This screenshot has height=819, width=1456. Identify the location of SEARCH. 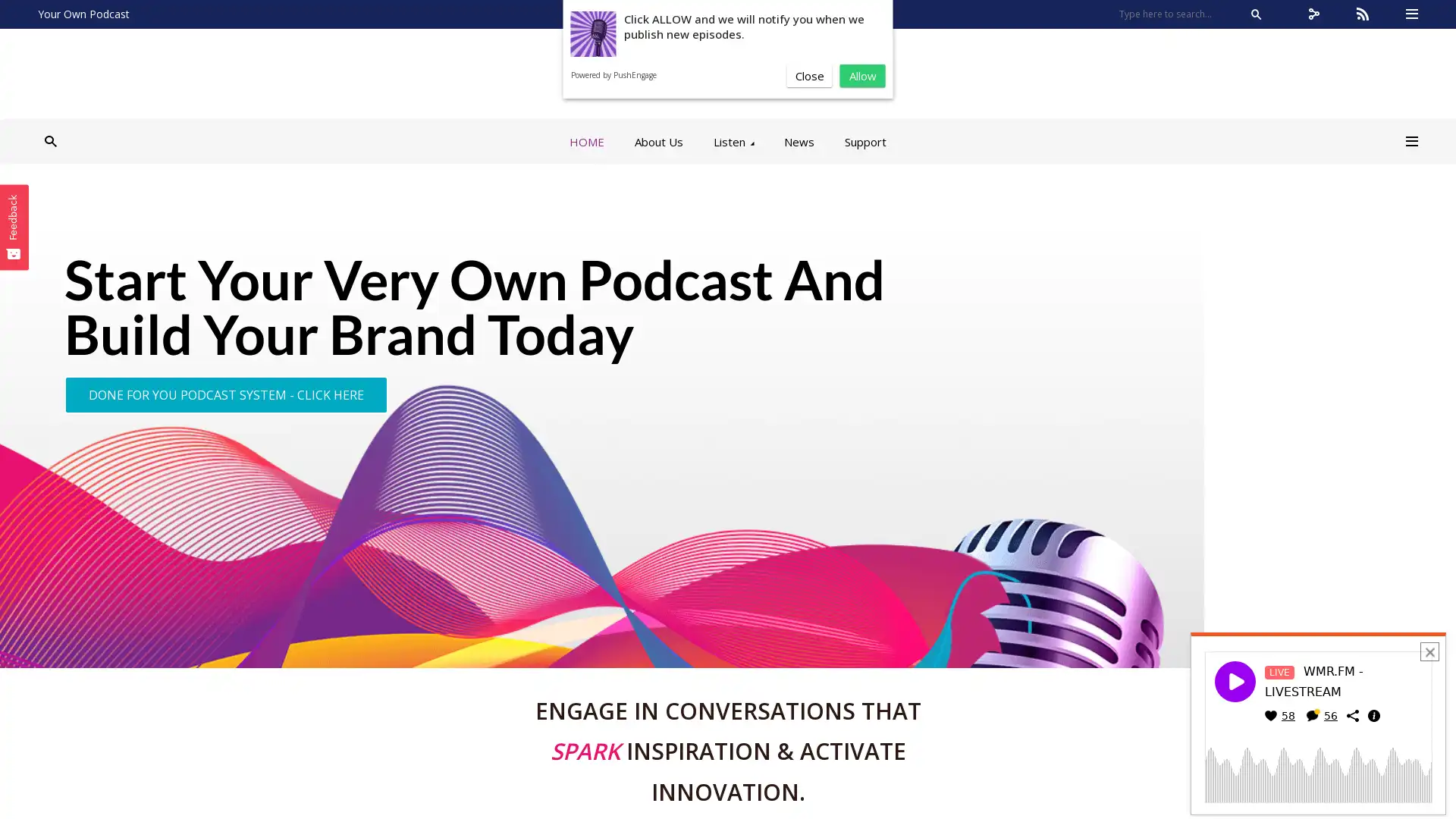
(1256, 14).